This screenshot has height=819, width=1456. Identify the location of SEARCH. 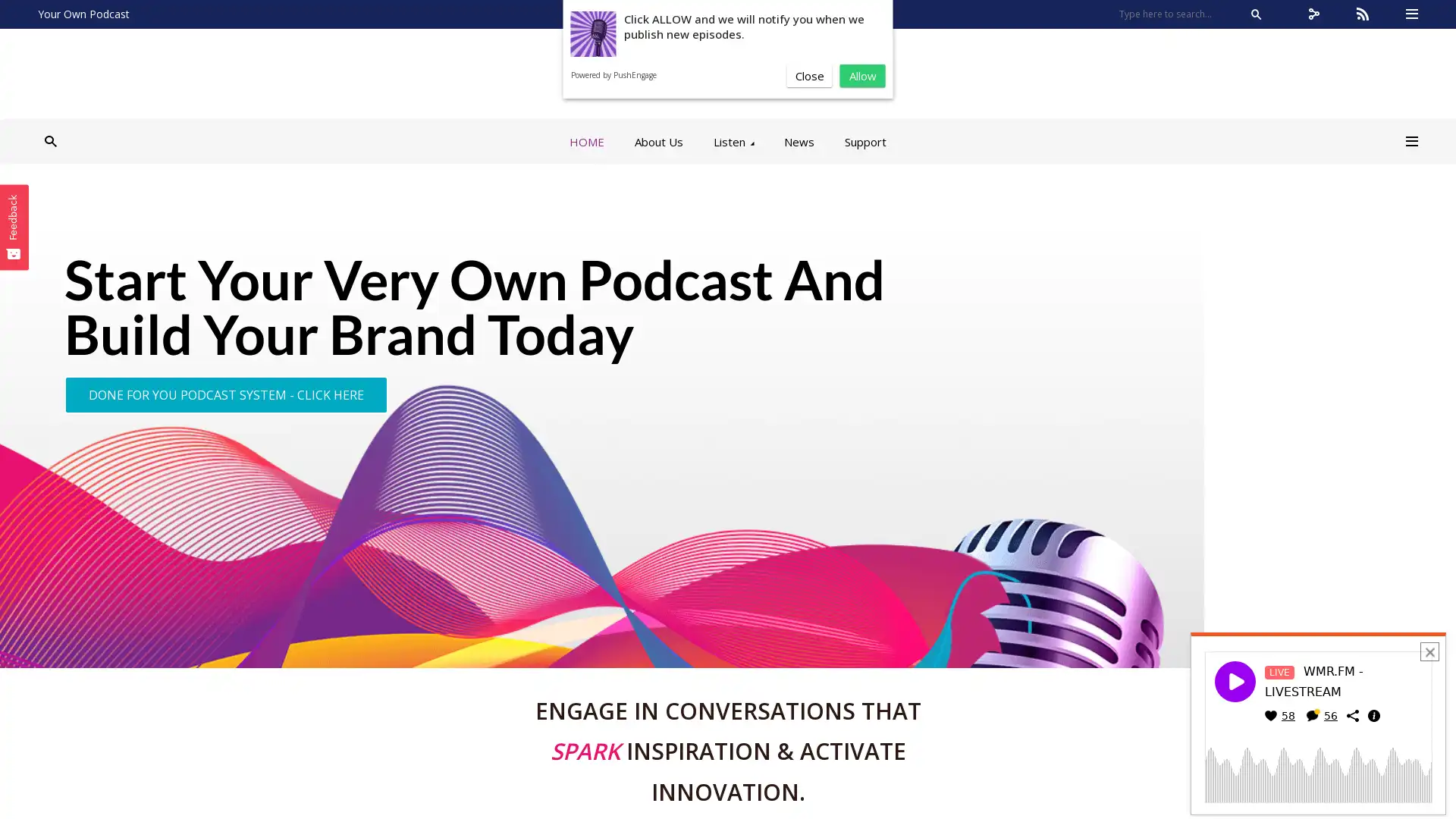
(1256, 14).